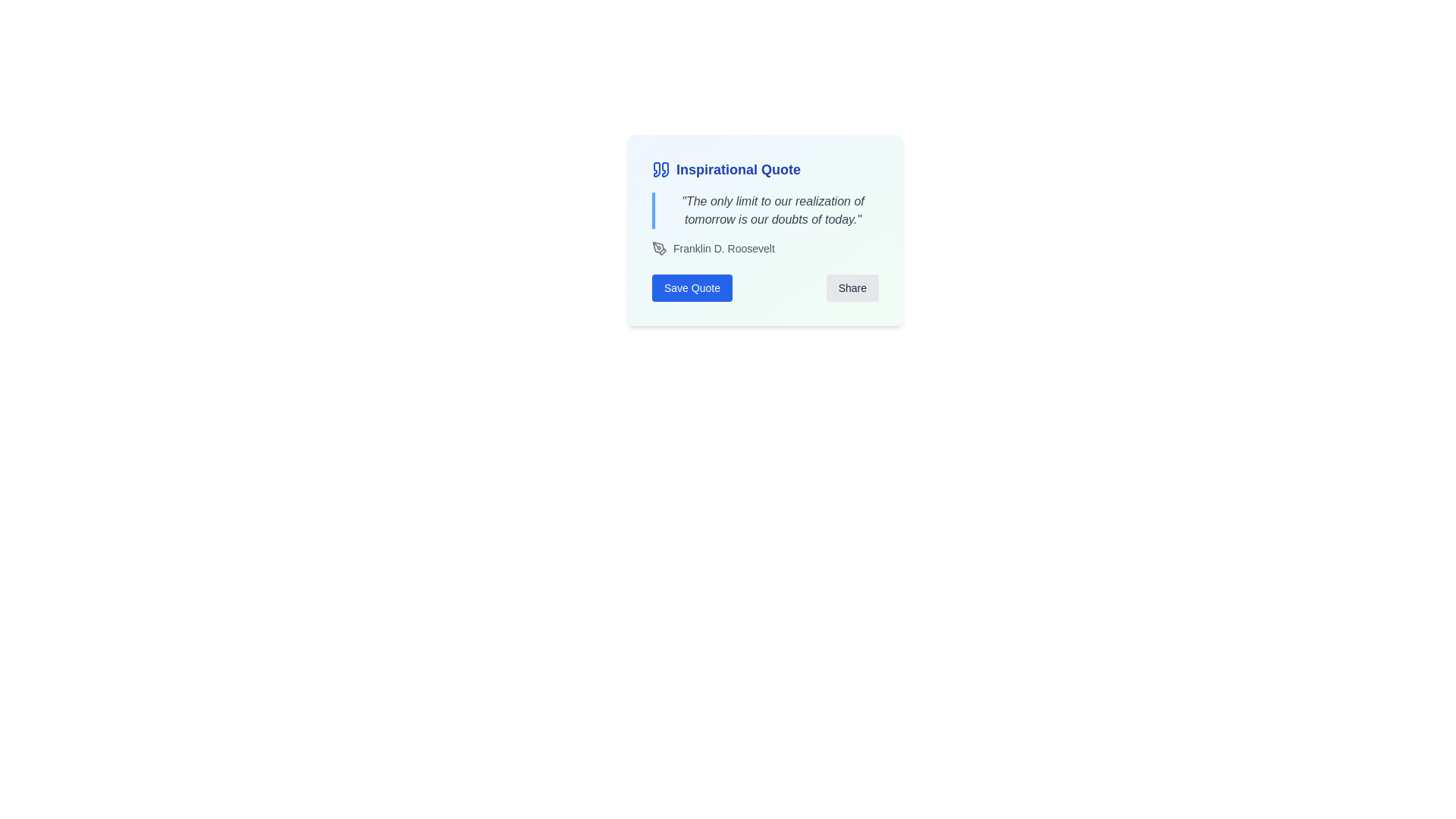  What do you see at coordinates (765, 210) in the screenshot?
I see `the italic styled text display containing the quote 'The only limit to our realization of tomorrow is our doubts of today.'` at bounding box center [765, 210].